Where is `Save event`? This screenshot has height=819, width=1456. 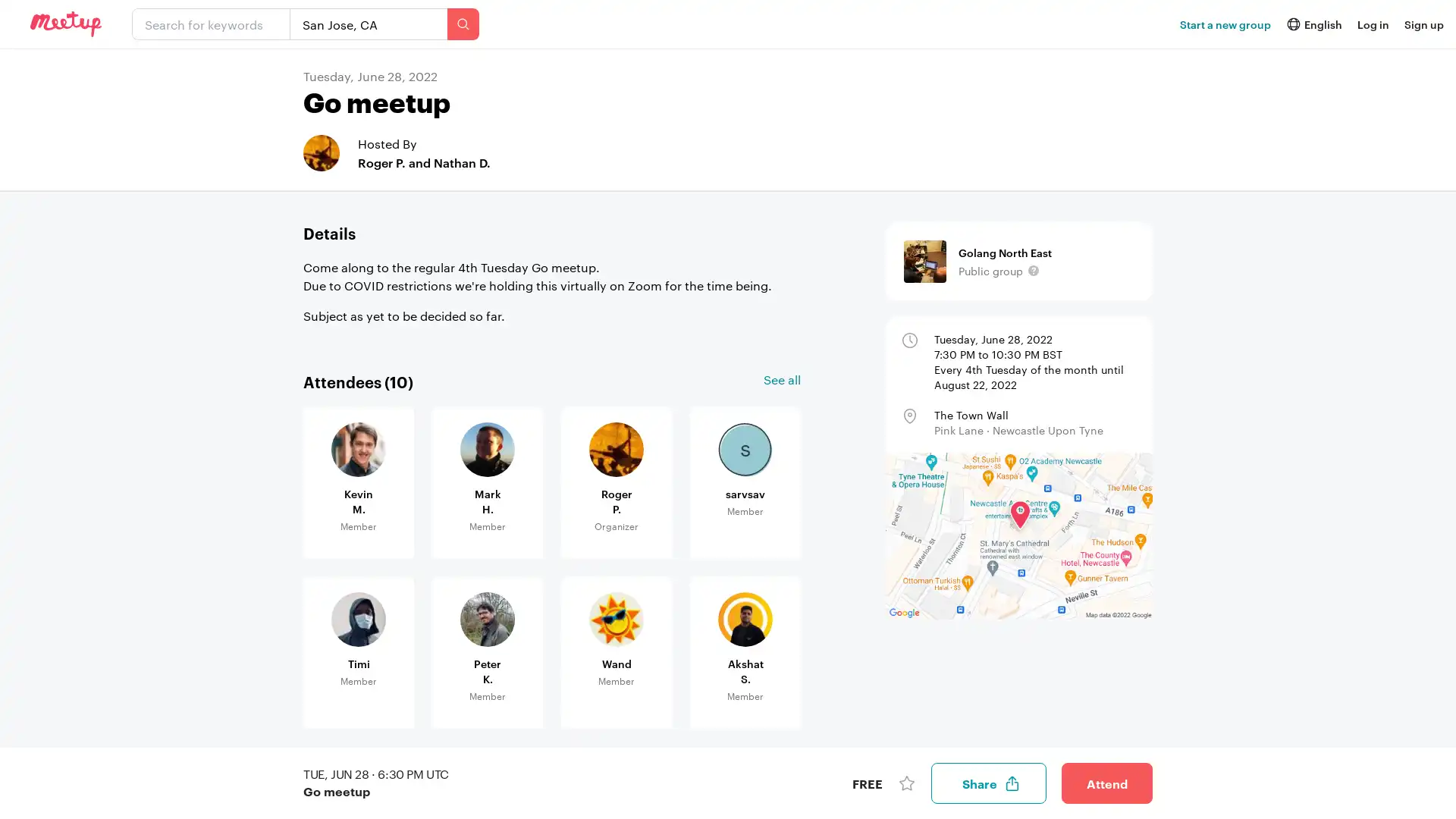 Save event is located at coordinates (906, 783).